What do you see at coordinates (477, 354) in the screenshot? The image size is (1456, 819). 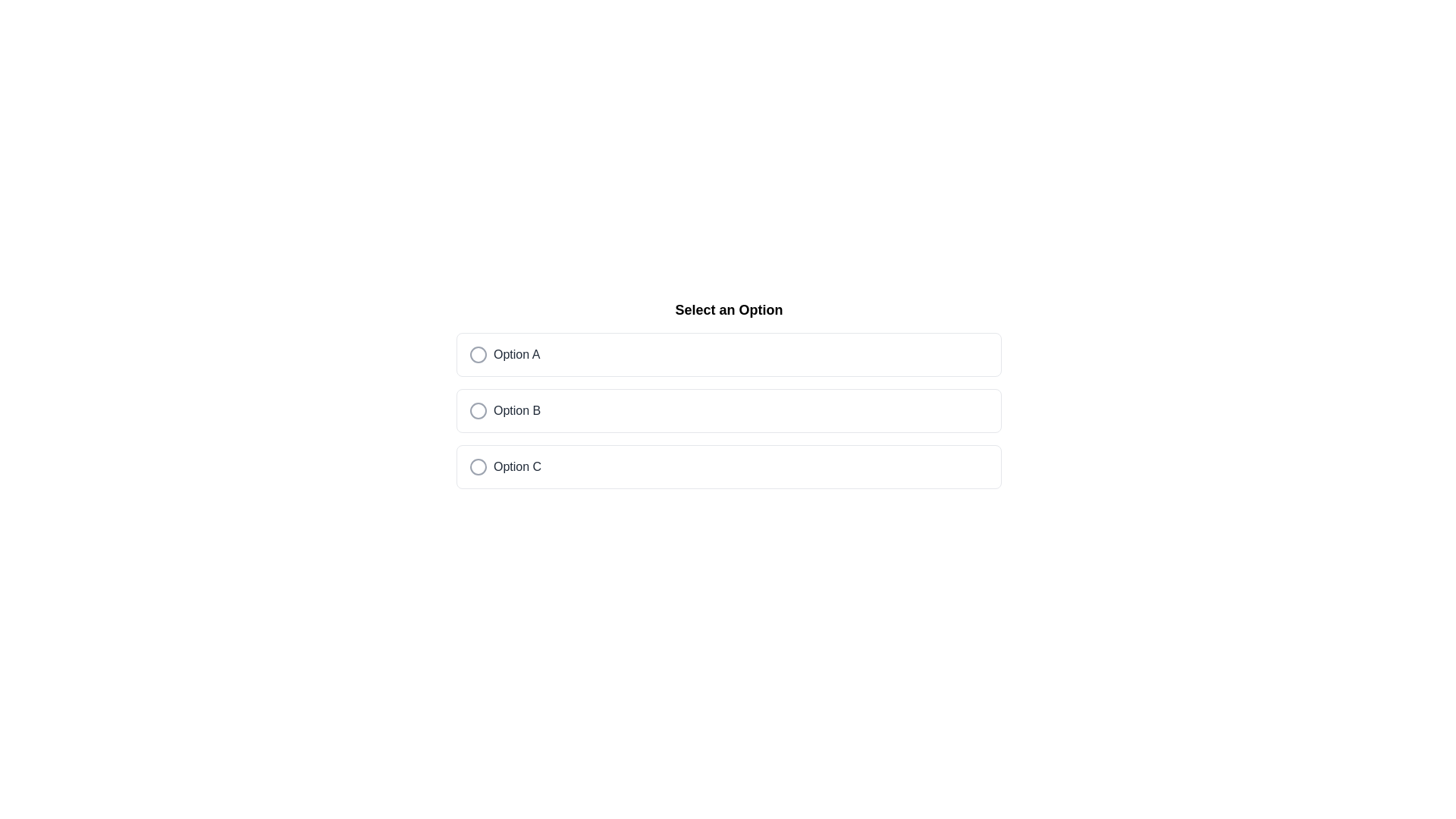 I see `the 'Option A' radio button` at bounding box center [477, 354].